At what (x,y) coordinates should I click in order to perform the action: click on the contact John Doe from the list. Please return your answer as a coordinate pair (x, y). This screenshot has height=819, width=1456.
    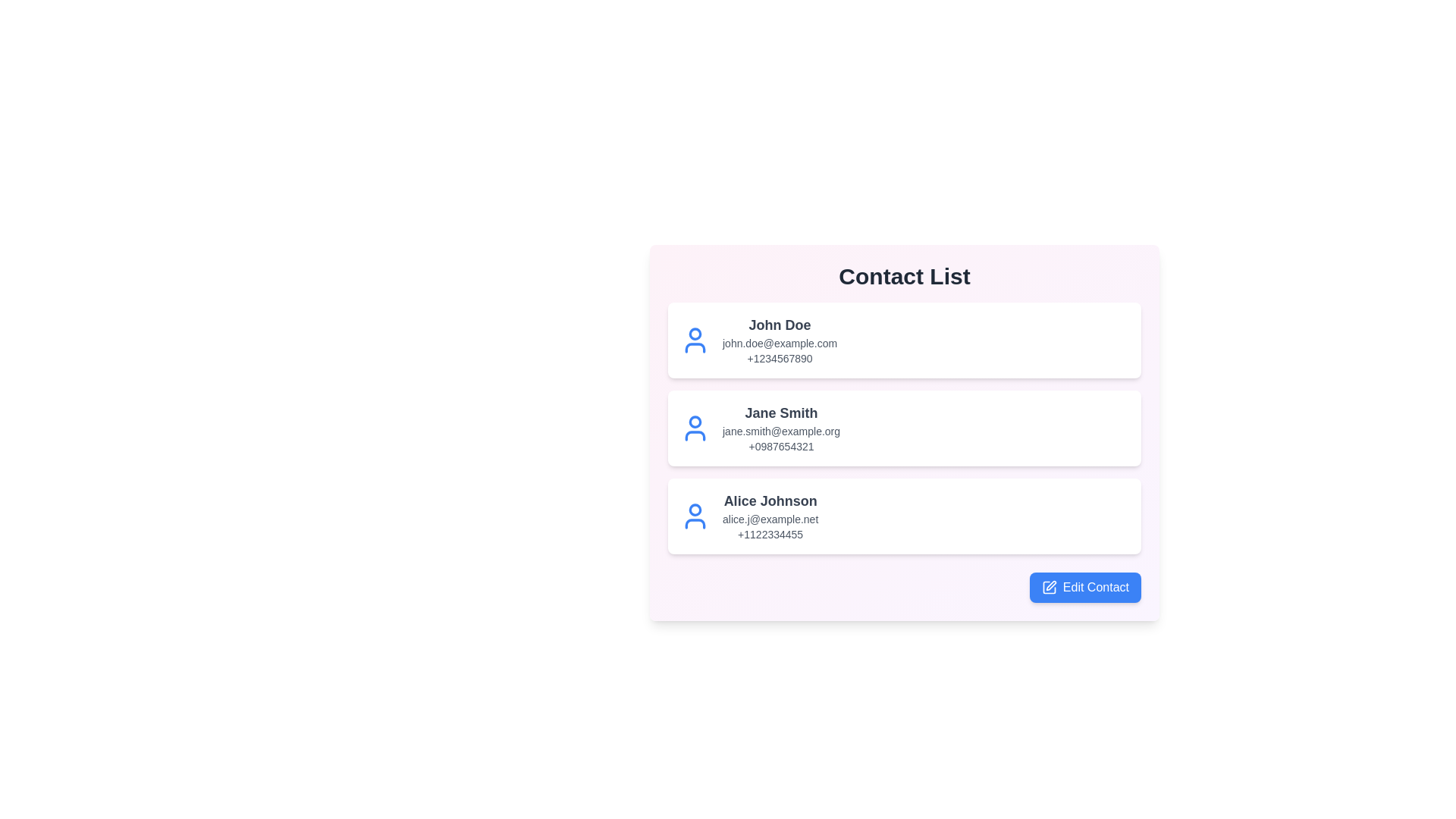
    Looking at the image, I should click on (905, 339).